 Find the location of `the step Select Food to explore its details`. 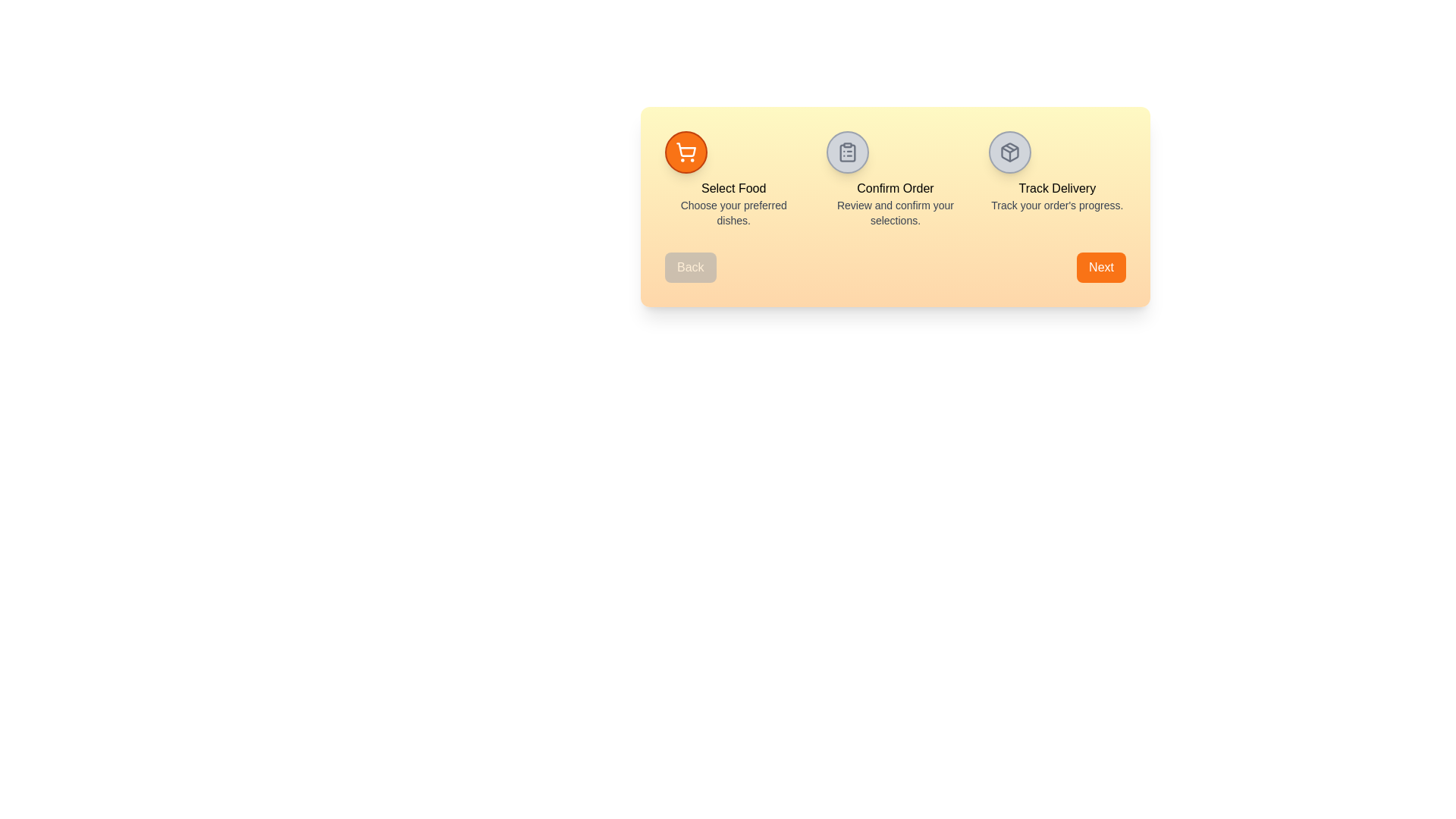

the step Select Food to explore its details is located at coordinates (686, 152).